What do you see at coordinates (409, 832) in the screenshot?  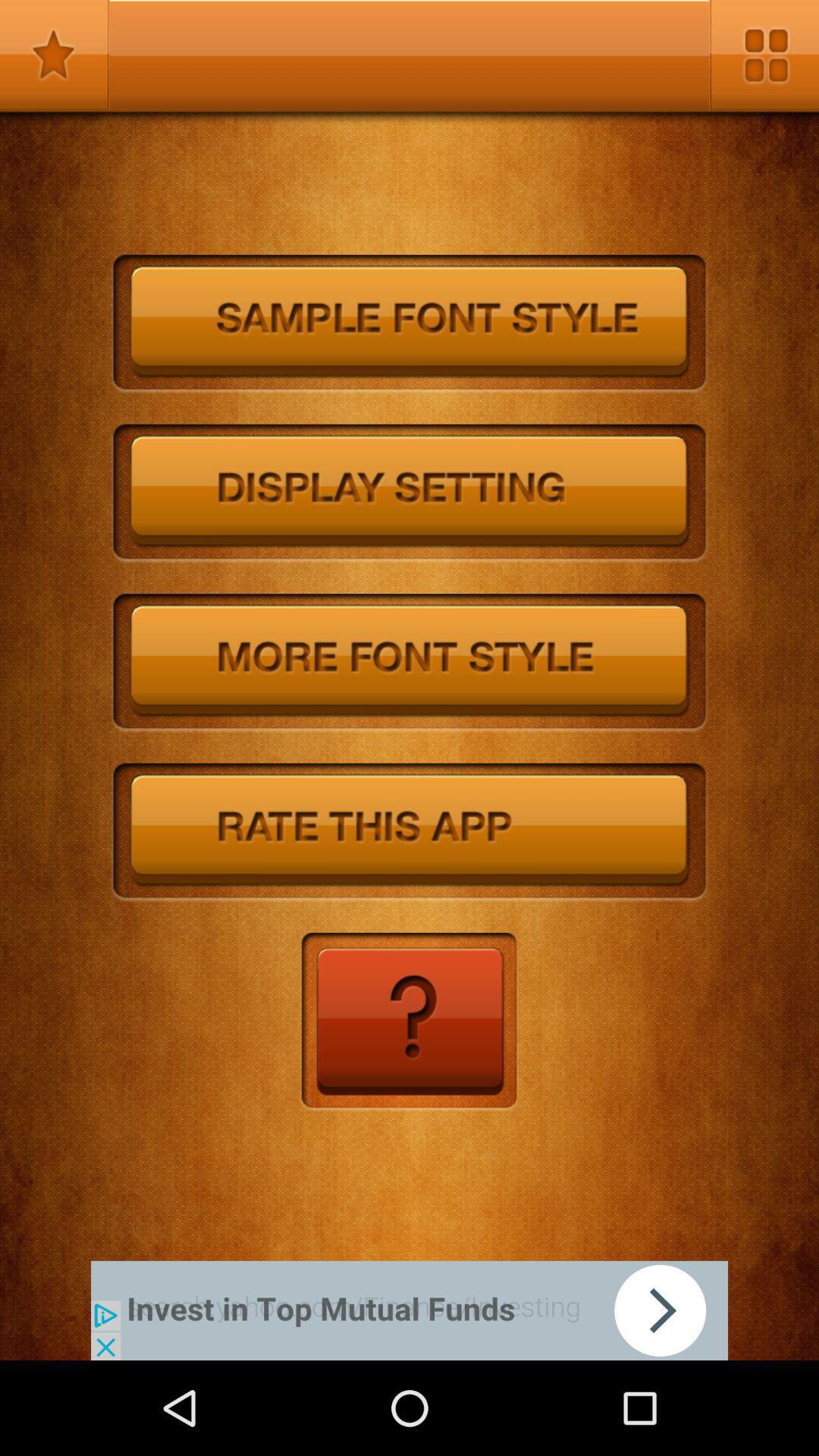 I see `rate this app` at bounding box center [409, 832].